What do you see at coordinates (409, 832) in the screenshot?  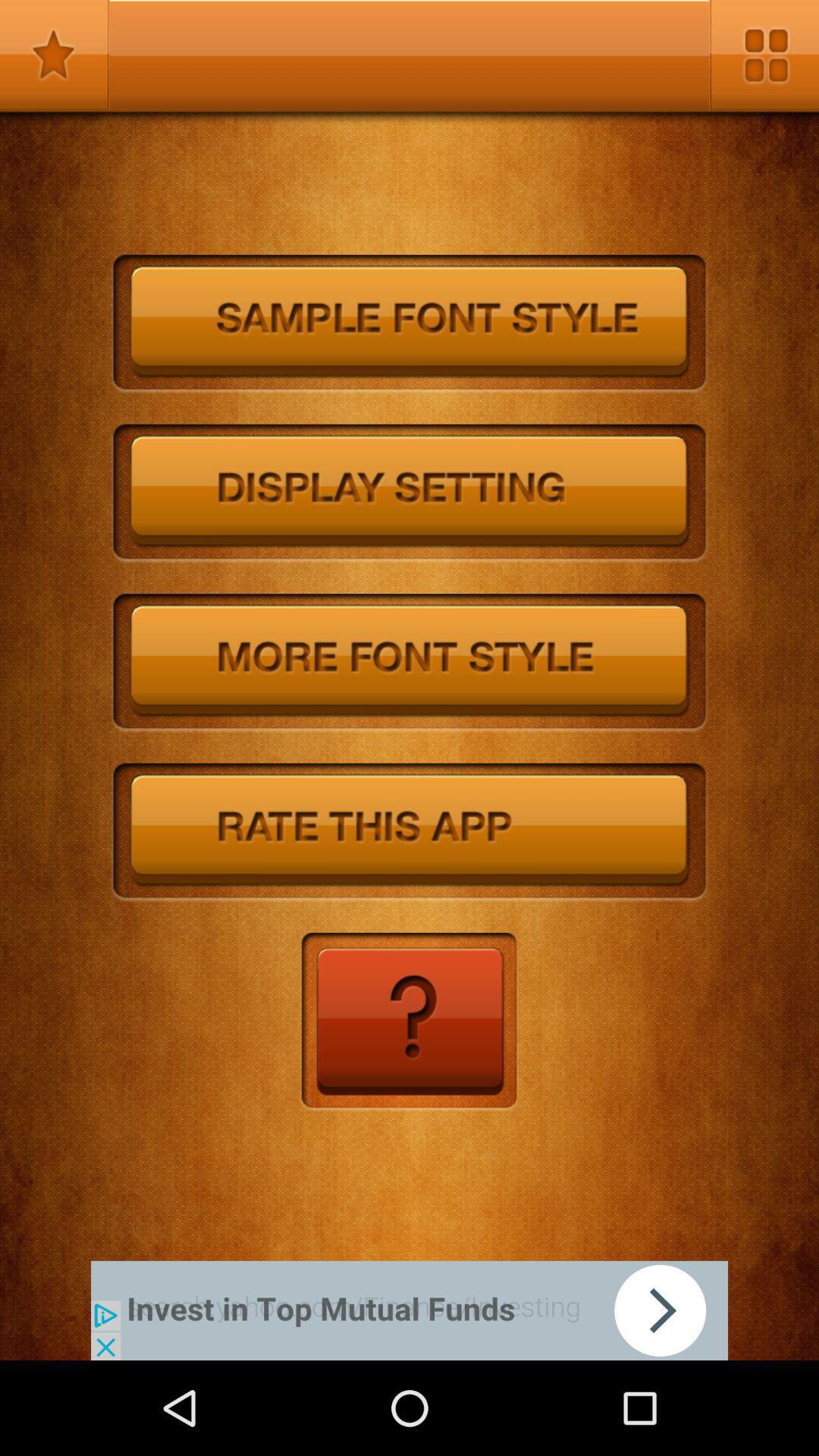 I see `rate this app` at bounding box center [409, 832].